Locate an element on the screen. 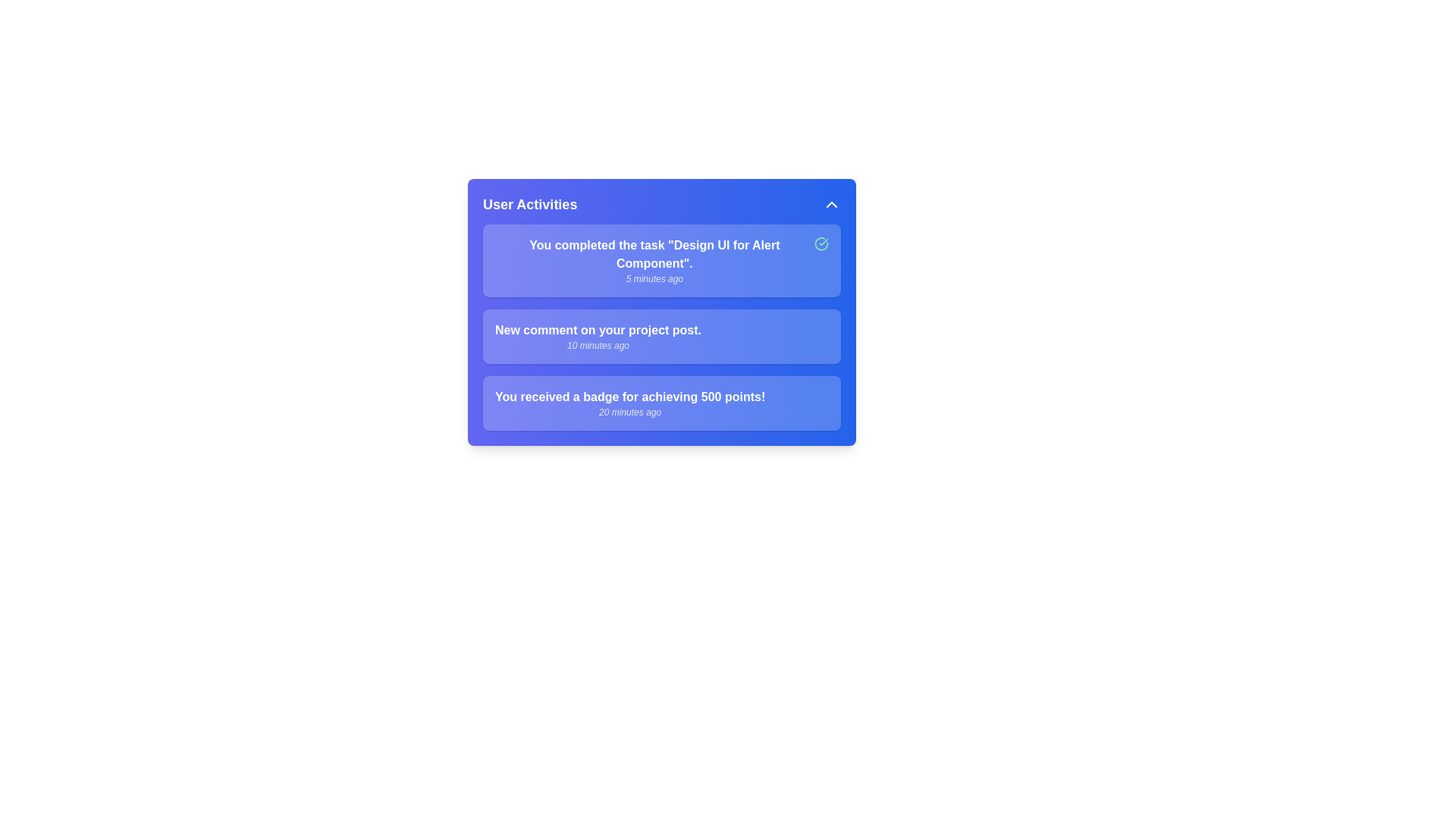 The height and width of the screenshot is (819, 1456). the text label that serves as the title for a notification regarding a new interaction on a user's project post is located at coordinates (597, 329).